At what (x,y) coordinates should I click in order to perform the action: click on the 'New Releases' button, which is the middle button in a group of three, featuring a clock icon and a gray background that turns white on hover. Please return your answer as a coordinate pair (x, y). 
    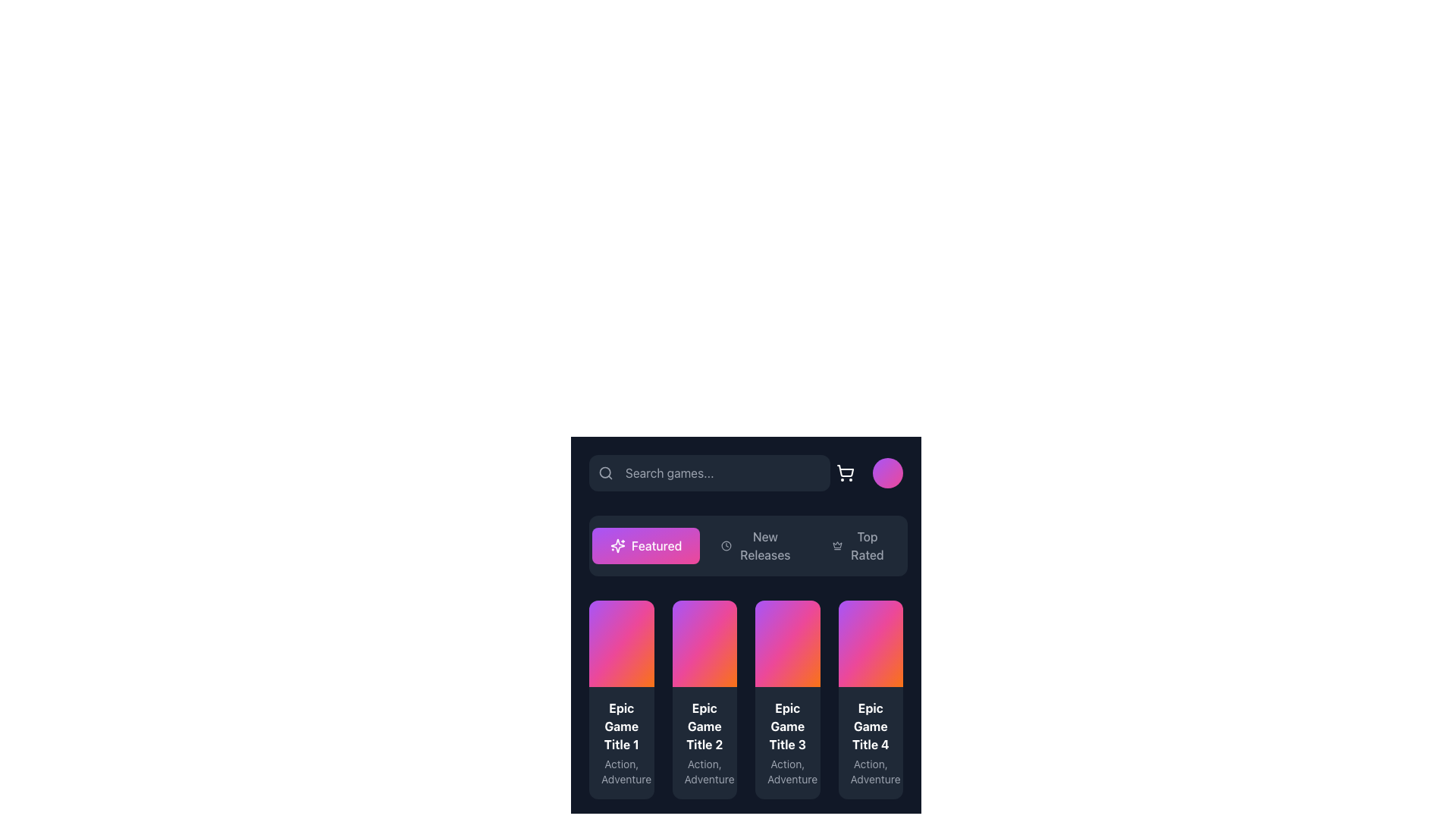
    Looking at the image, I should click on (757, 546).